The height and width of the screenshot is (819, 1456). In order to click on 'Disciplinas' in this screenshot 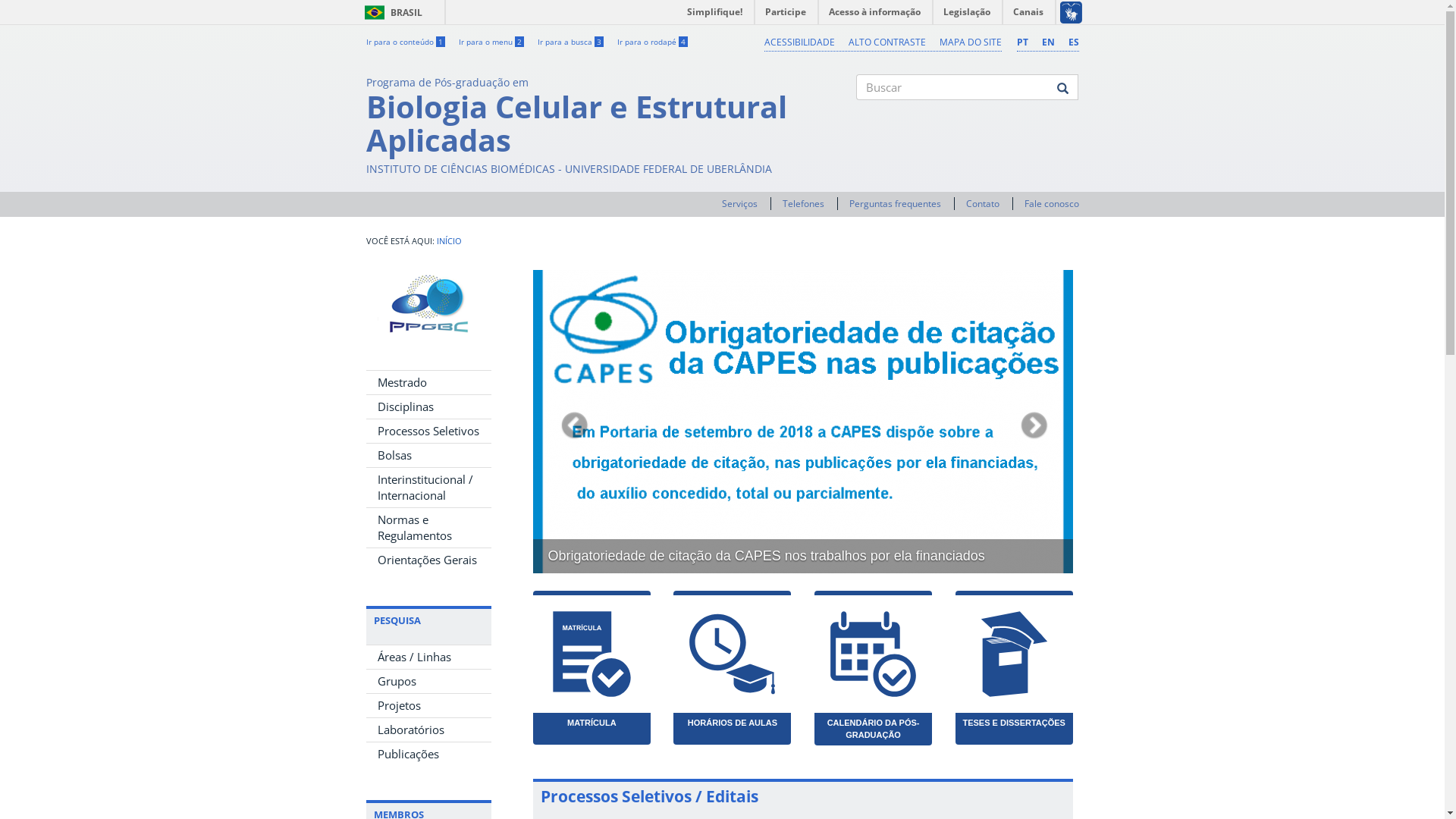, I will do `click(427, 406)`.